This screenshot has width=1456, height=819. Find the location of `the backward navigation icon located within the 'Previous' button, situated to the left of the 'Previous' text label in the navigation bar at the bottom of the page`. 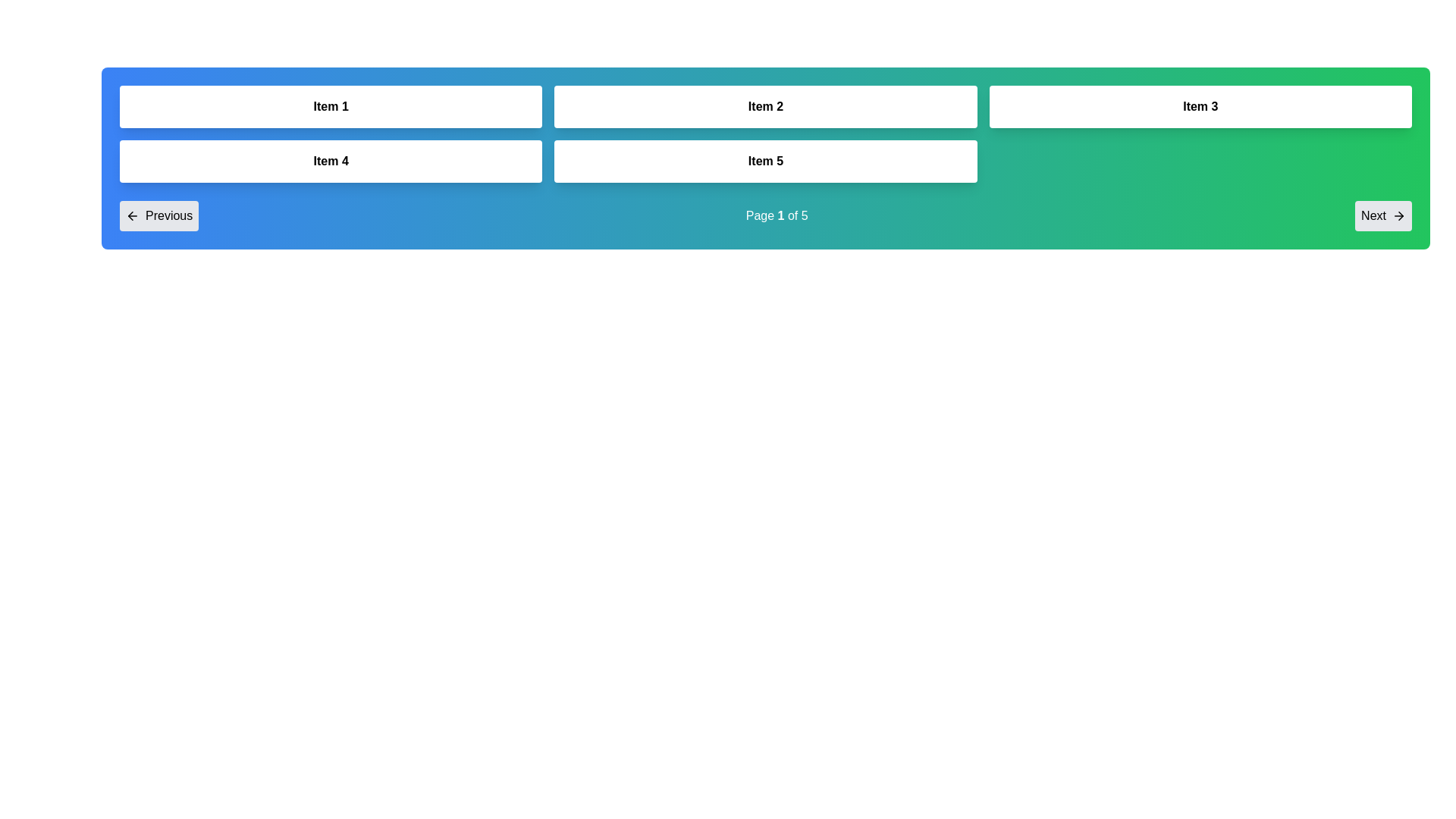

the backward navigation icon located within the 'Previous' button, situated to the left of the 'Previous' text label in the navigation bar at the bottom of the page is located at coordinates (132, 216).